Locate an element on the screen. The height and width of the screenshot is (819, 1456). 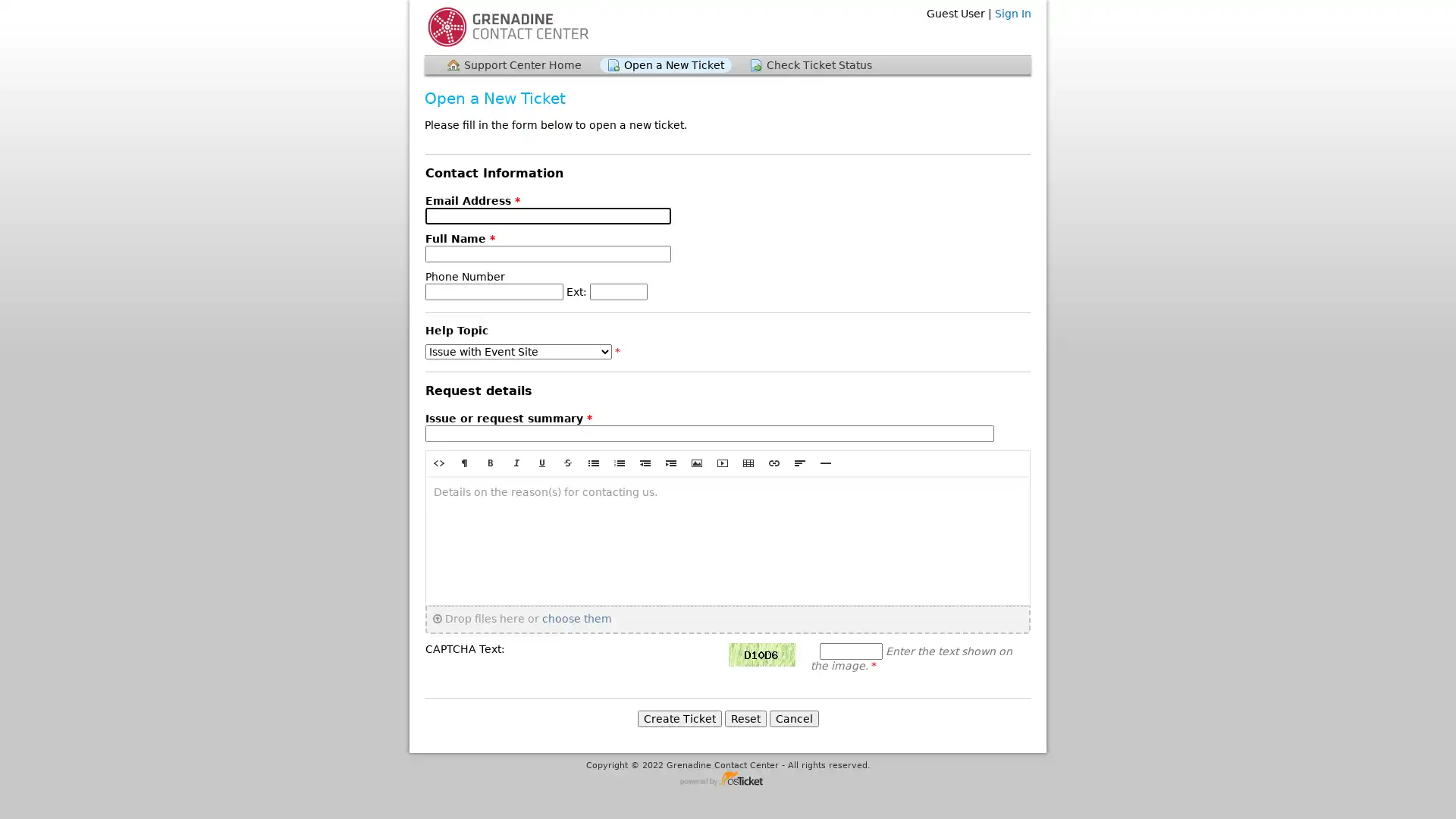
Deleted is located at coordinates (566, 462).